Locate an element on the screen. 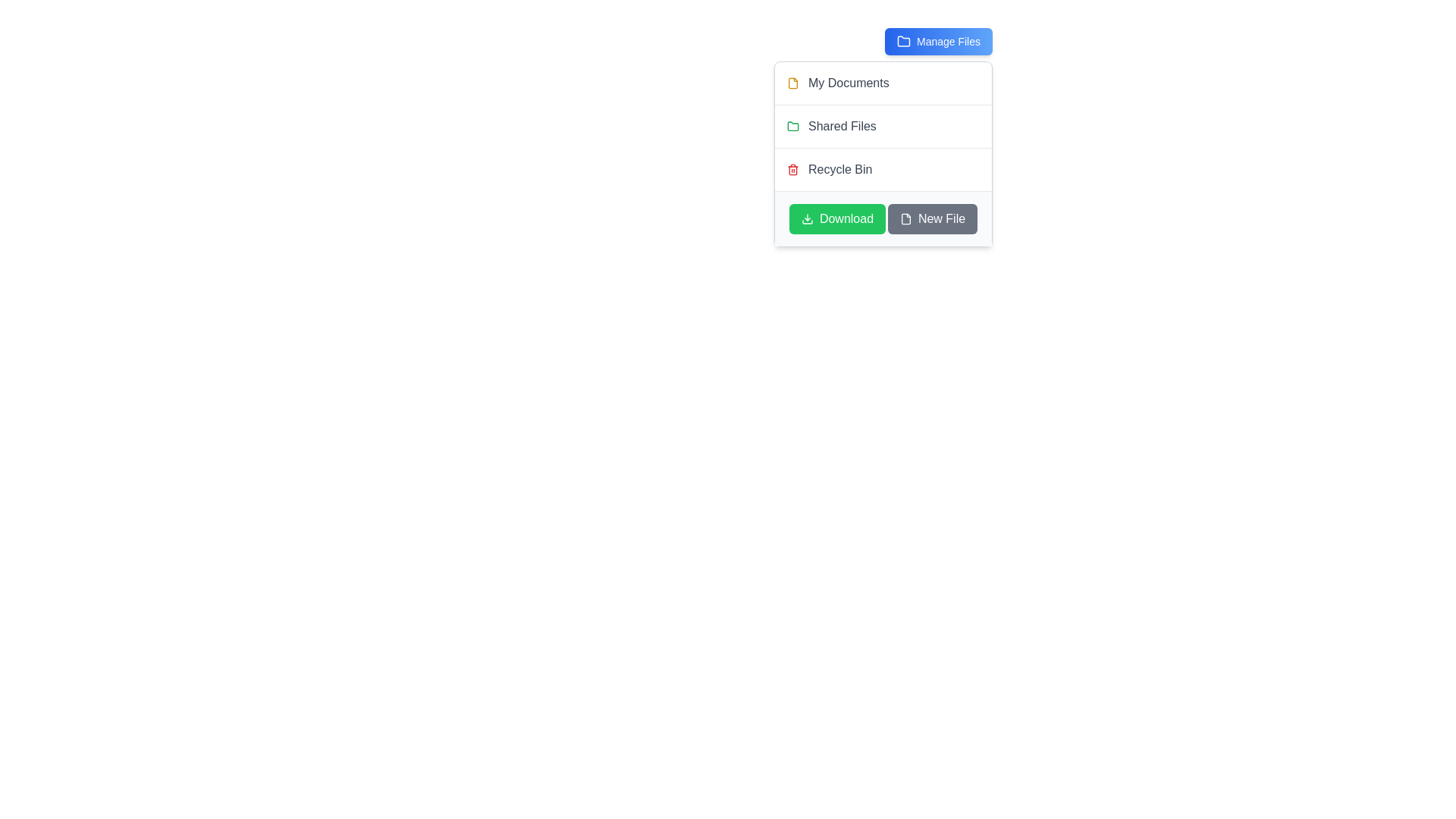 This screenshot has width=1456, height=819. the green folder icon located at the top-left corner of the 'Shared Files' section, which is styled with rounded corners and a clear stroke design is located at coordinates (792, 125).